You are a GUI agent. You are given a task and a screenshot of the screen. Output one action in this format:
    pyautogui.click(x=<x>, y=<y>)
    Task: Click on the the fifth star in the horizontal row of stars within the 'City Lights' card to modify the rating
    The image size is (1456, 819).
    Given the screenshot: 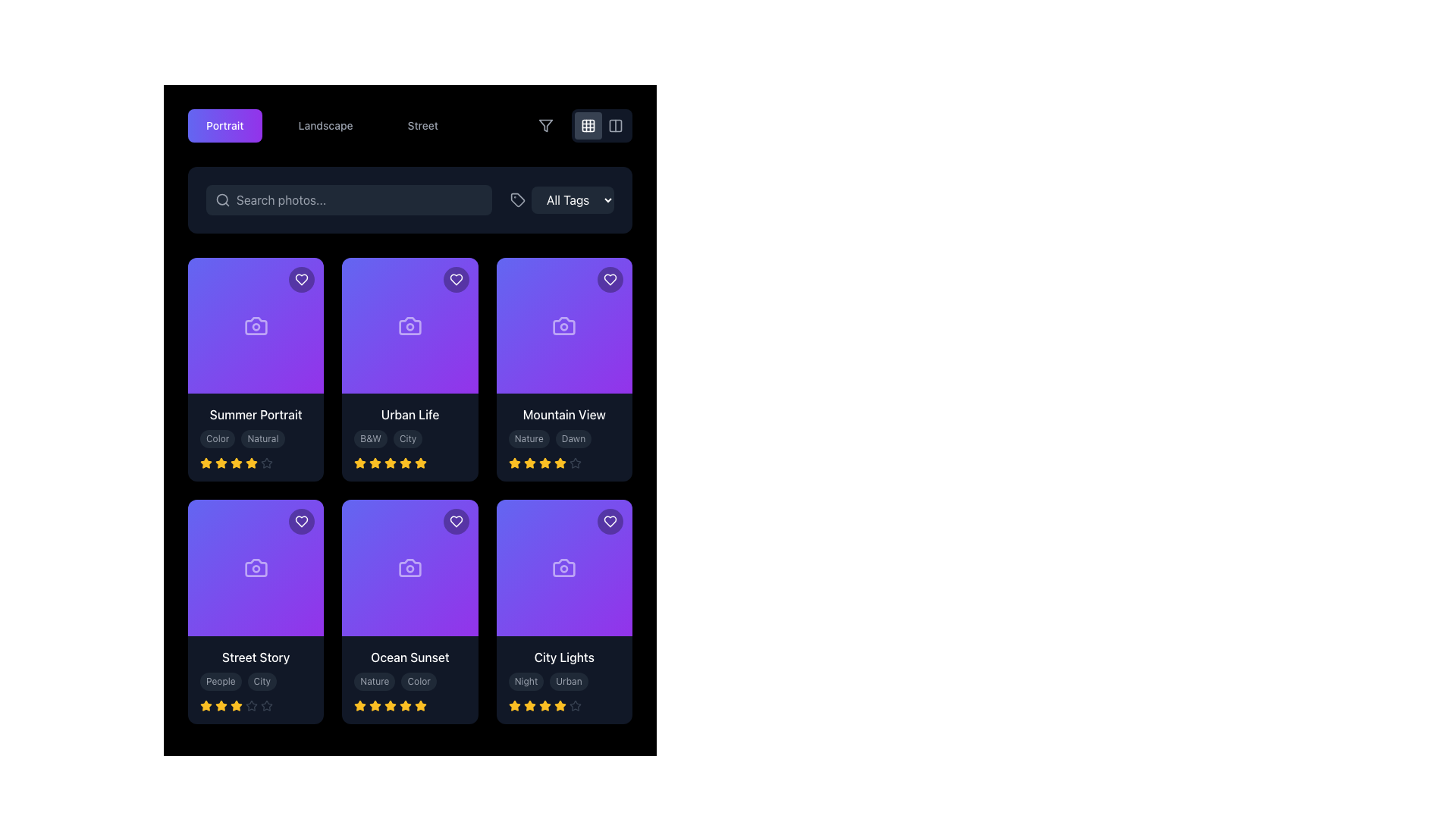 What is the action you would take?
    pyautogui.click(x=574, y=705)
    